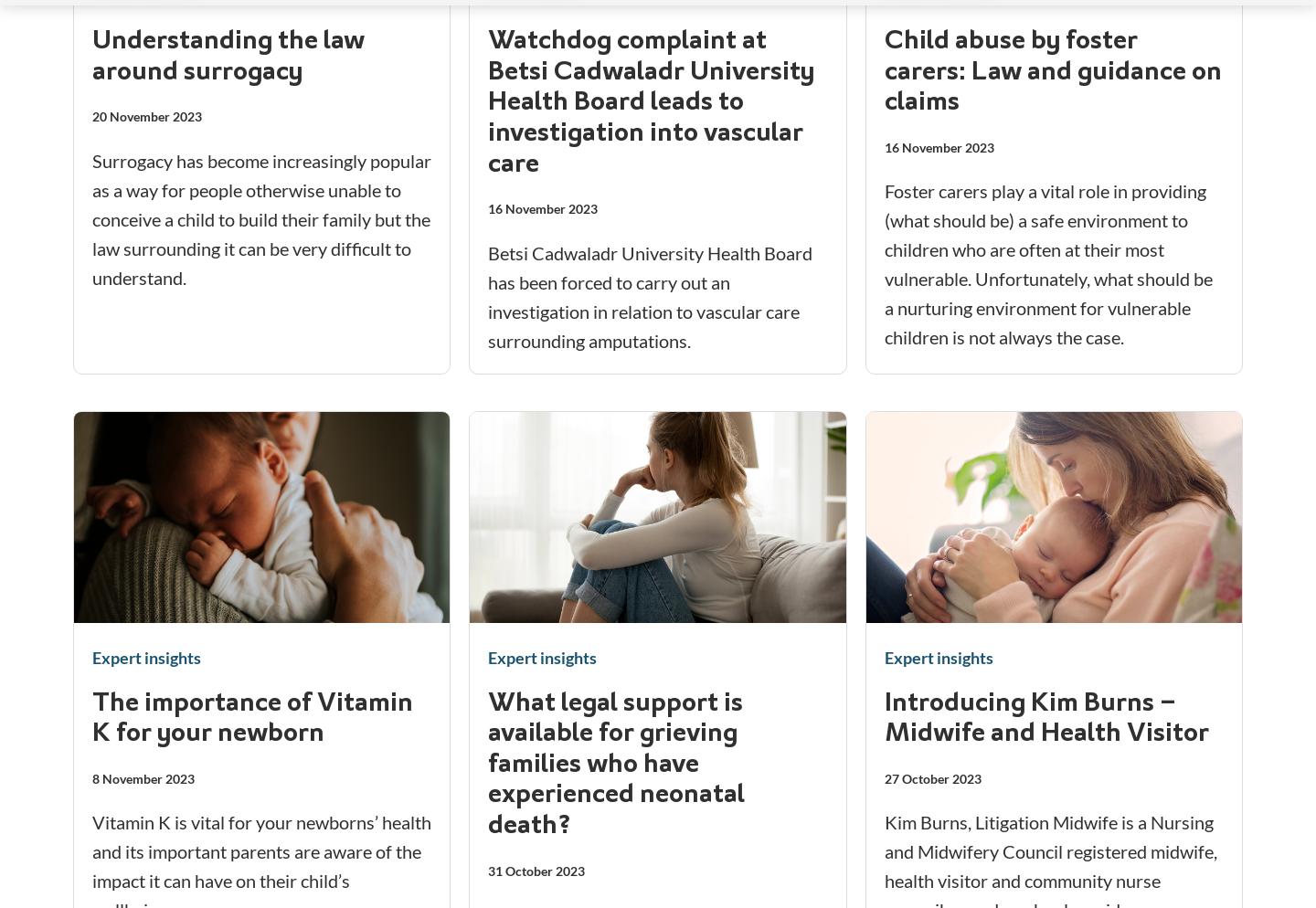  Describe the element at coordinates (536, 870) in the screenshot. I see `'31 October 2023'` at that location.